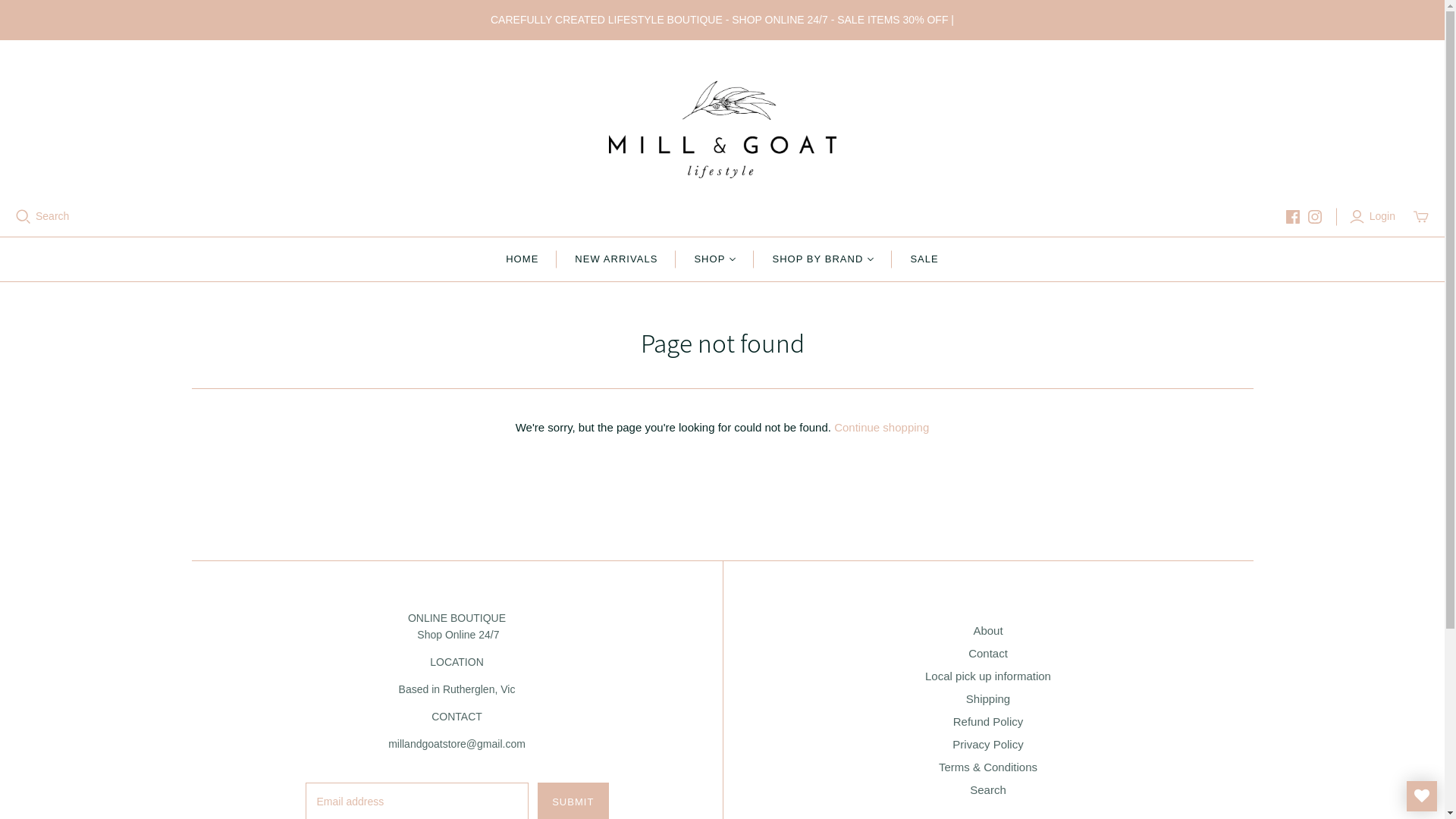  Describe the element at coordinates (881, 427) in the screenshot. I see `'Continue shopping'` at that location.